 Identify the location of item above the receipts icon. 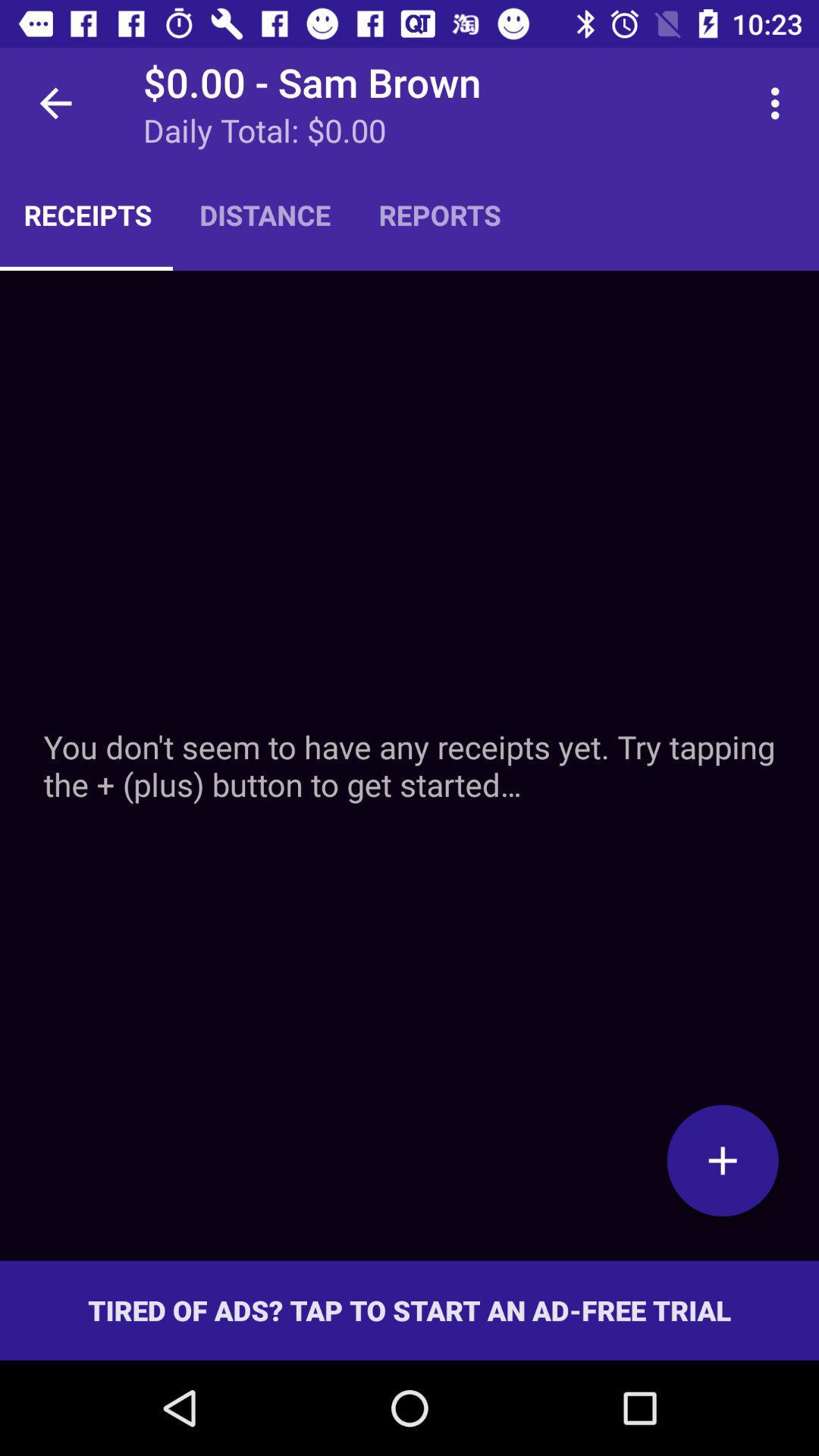
(55, 102).